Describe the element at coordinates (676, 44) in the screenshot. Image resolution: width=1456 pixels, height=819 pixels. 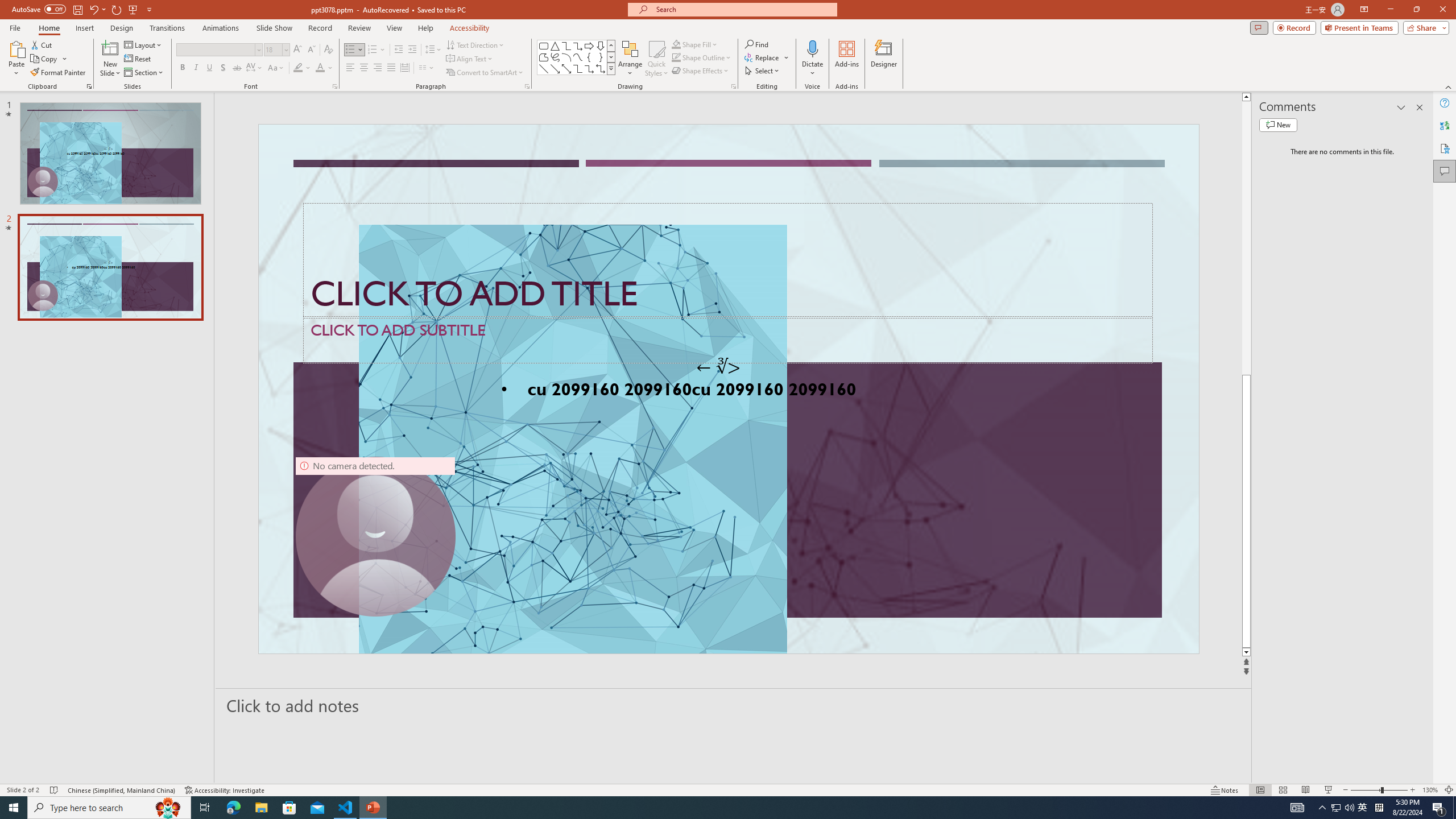
I see `'Shape Fill Dark Green, Accent 2'` at that location.